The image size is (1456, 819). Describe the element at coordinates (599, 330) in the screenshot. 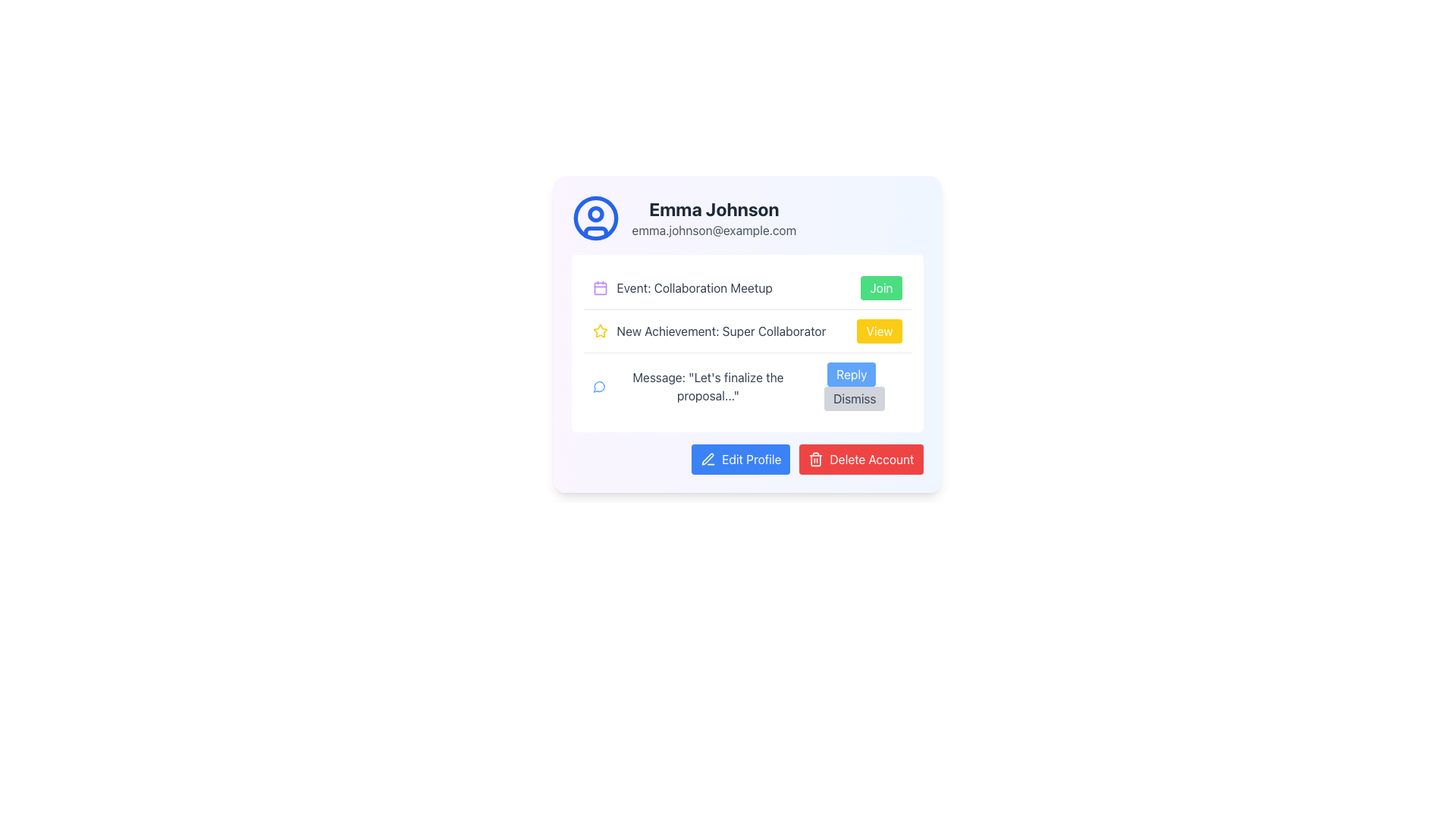

I see `the yellow star icon with a hollow center located in the bottom-right area of the profile interface` at that location.